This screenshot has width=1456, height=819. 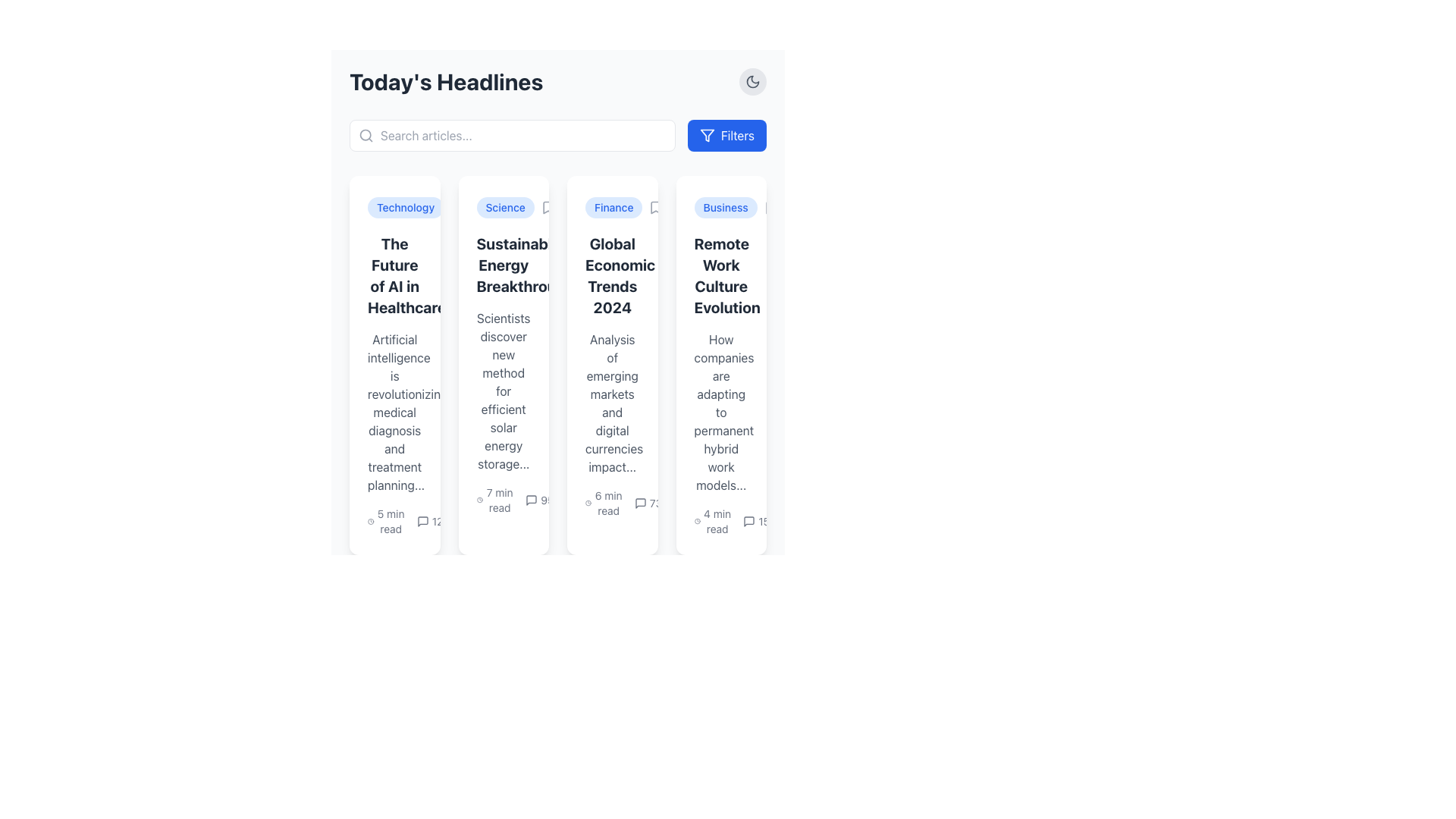 What do you see at coordinates (623, 503) in the screenshot?
I see `the clock icon next to '6 min read' in the Informational Text with Icons element of the 'Global Economic Trends 2024' card` at bounding box center [623, 503].